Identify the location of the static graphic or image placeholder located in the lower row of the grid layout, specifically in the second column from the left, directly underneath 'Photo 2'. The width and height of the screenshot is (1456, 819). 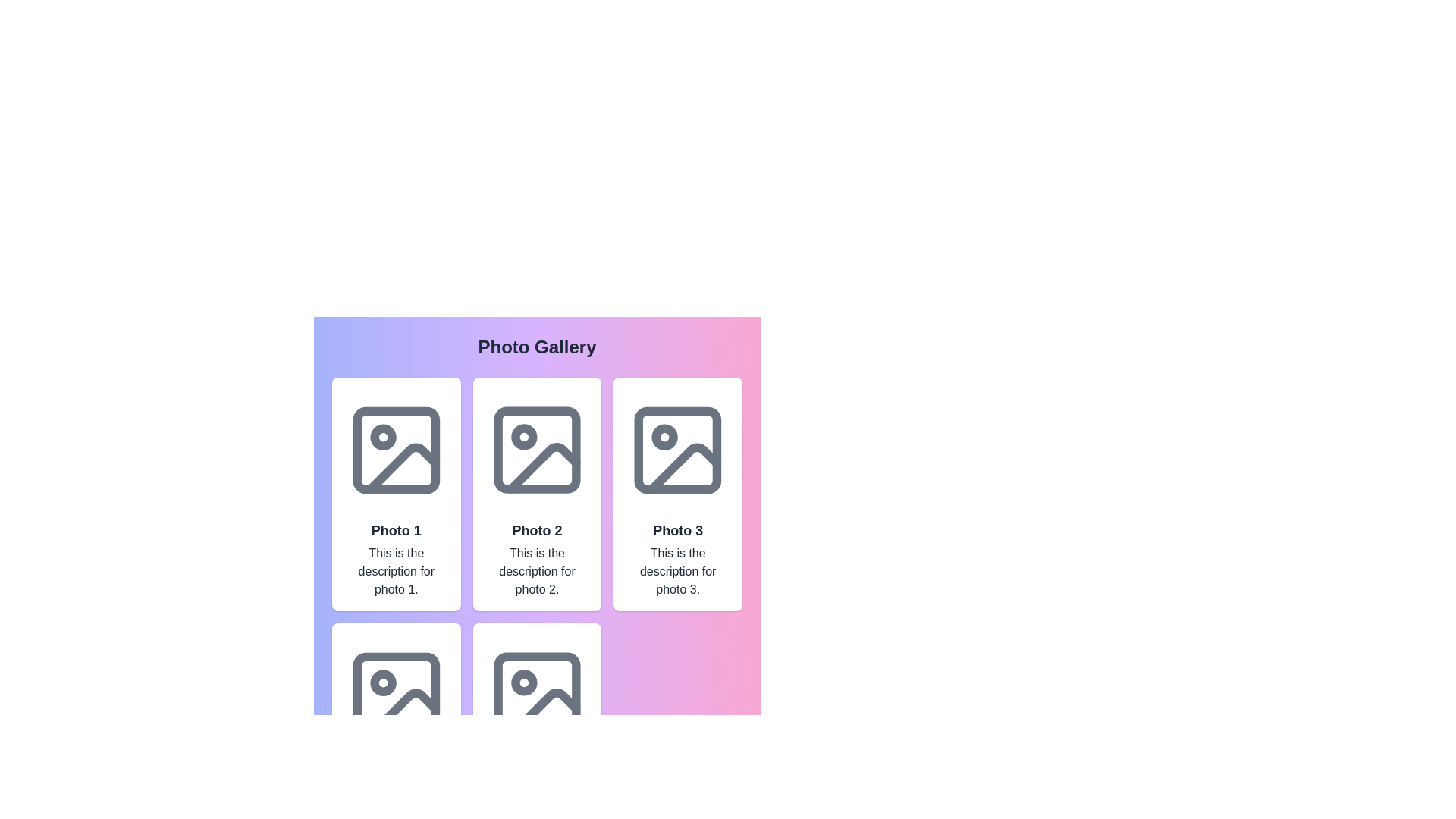
(537, 696).